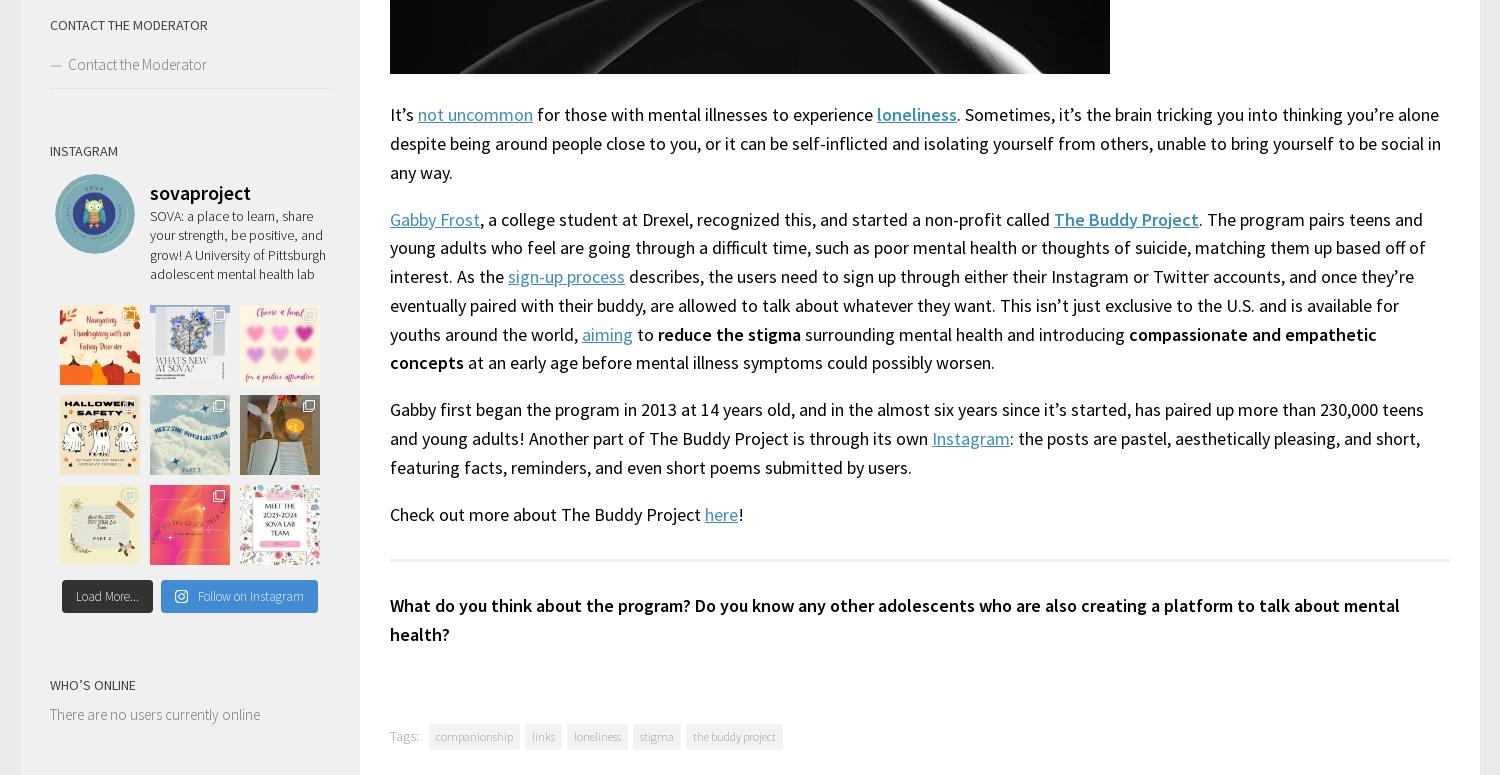 The width and height of the screenshot is (1500, 775). Describe the element at coordinates (720, 512) in the screenshot. I see `'here'` at that location.